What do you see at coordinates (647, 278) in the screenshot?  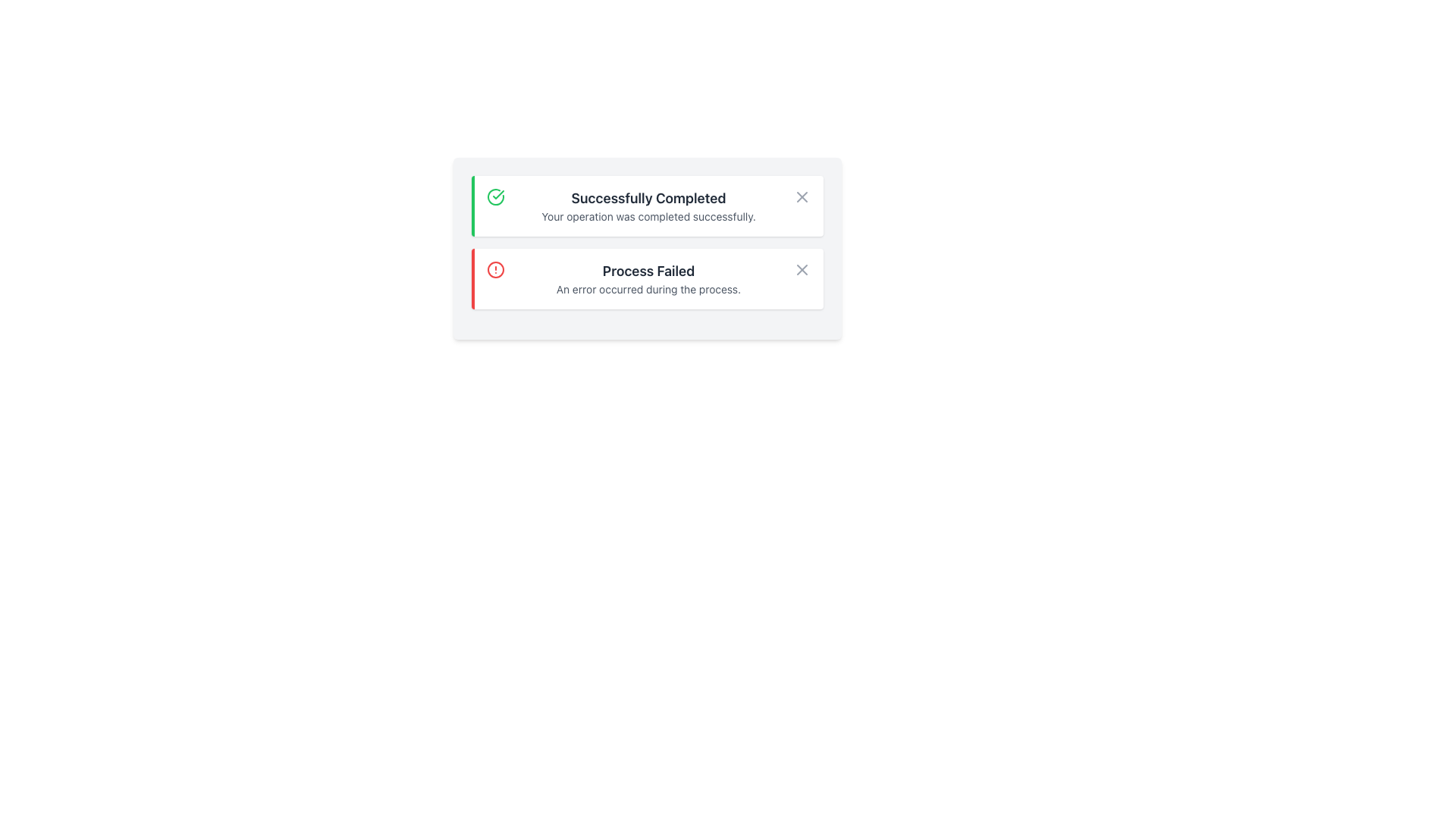 I see `the second notification message box with a red left border and white background containing the text 'Process Failed'` at bounding box center [647, 278].